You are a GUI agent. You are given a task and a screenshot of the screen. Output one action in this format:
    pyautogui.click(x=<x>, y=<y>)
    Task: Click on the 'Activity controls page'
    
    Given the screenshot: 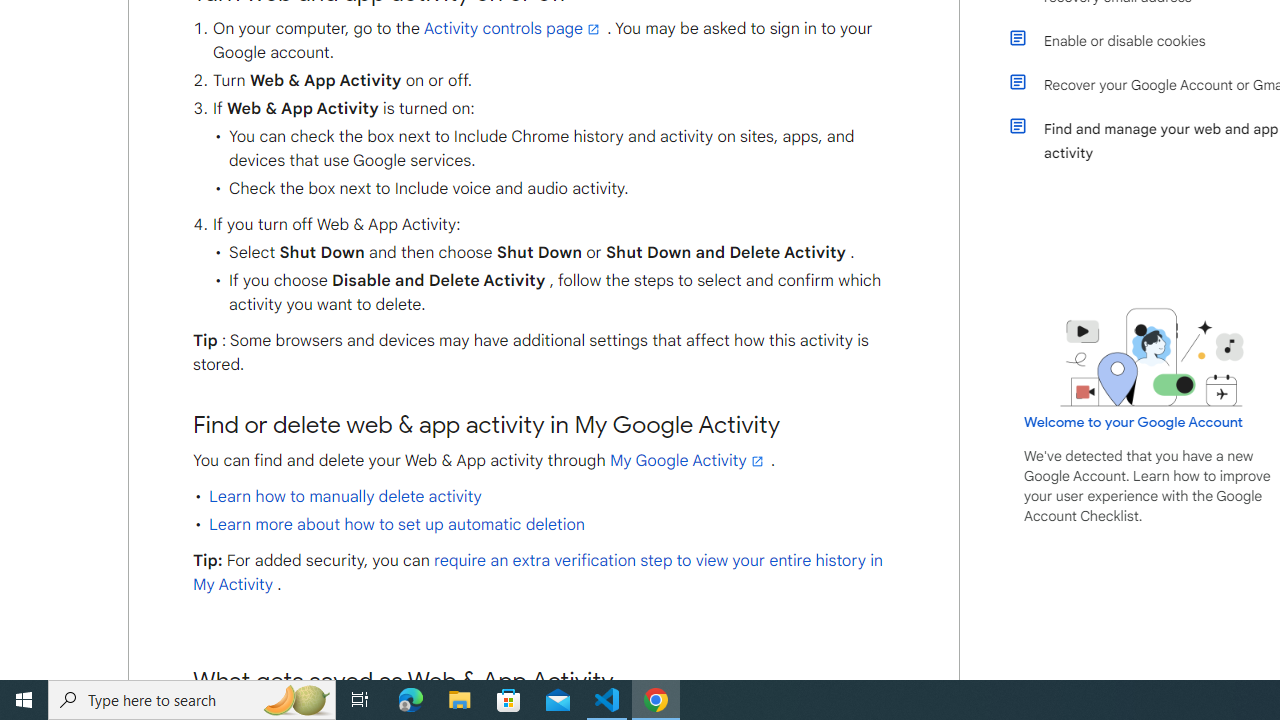 What is the action you would take?
    pyautogui.click(x=513, y=28)
    